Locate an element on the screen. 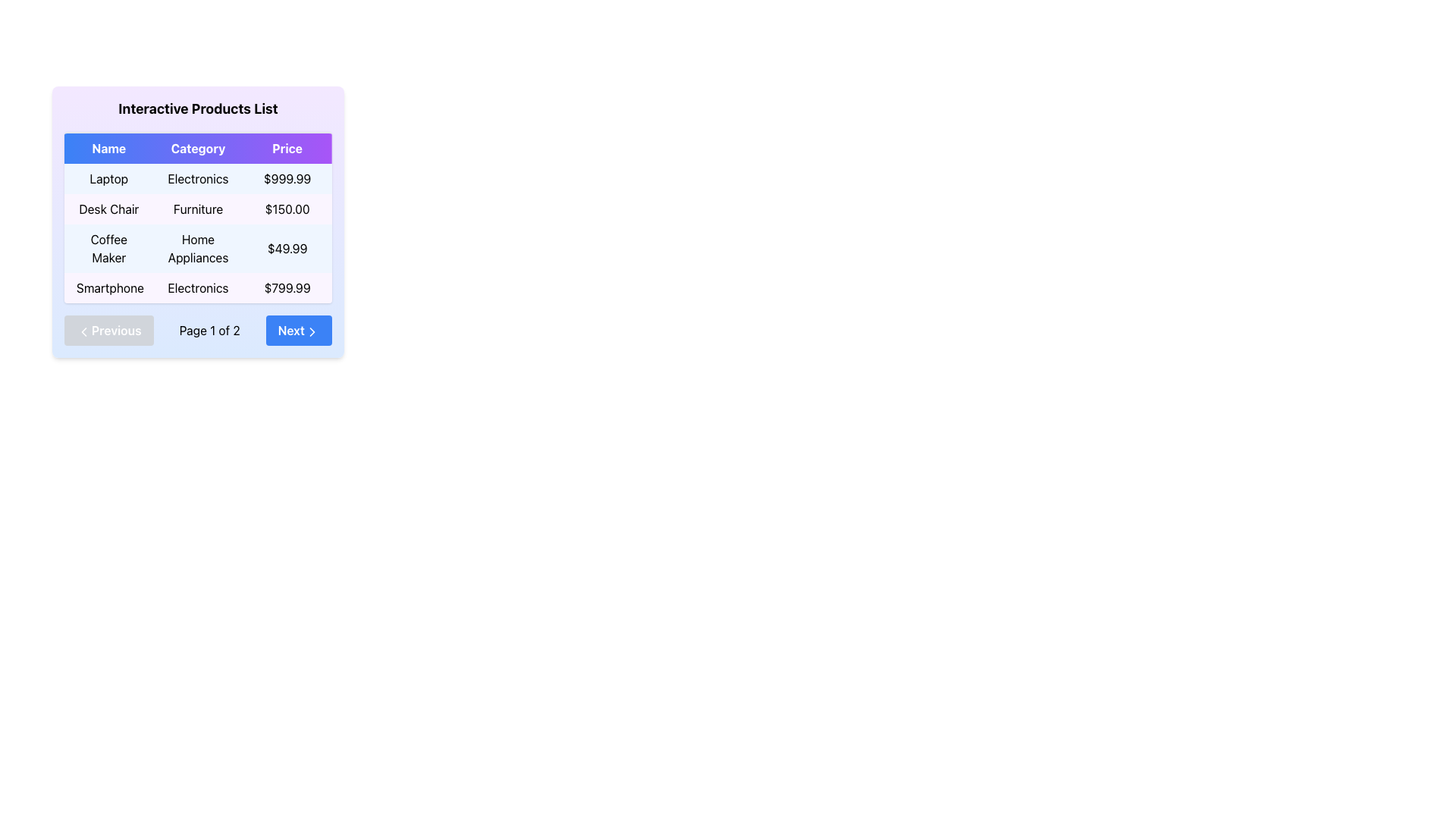  text from the price label of the 'Coffee Maker' product located in the third row of the 'Price' column in the table under 'Home Appliances' is located at coordinates (287, 247).